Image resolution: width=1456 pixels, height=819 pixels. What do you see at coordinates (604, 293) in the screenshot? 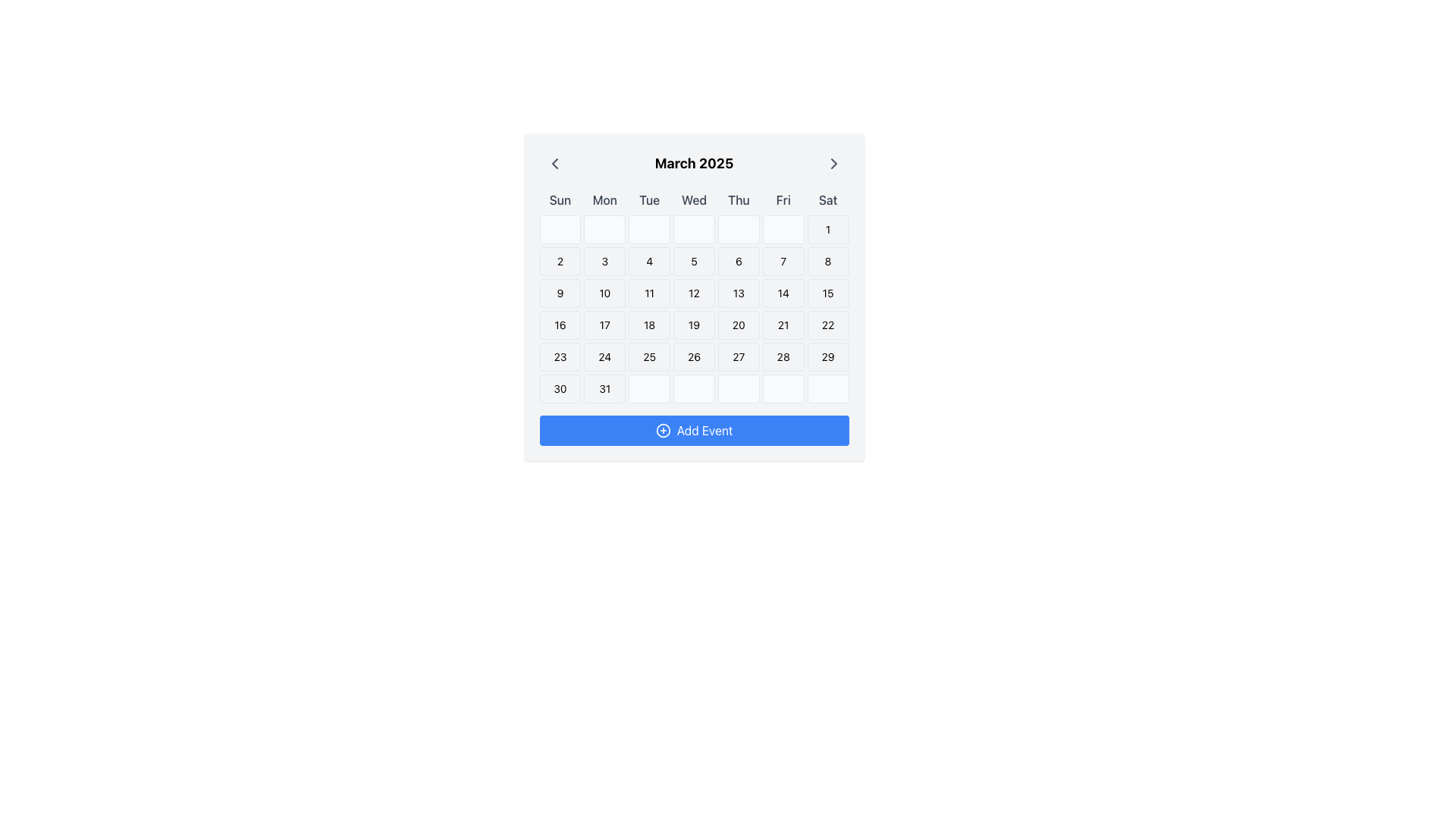
I see `the calendar day cell displaying the number '10', which is the fifth cell in the third row of the calendar grid` at bounding box center [604, 293].